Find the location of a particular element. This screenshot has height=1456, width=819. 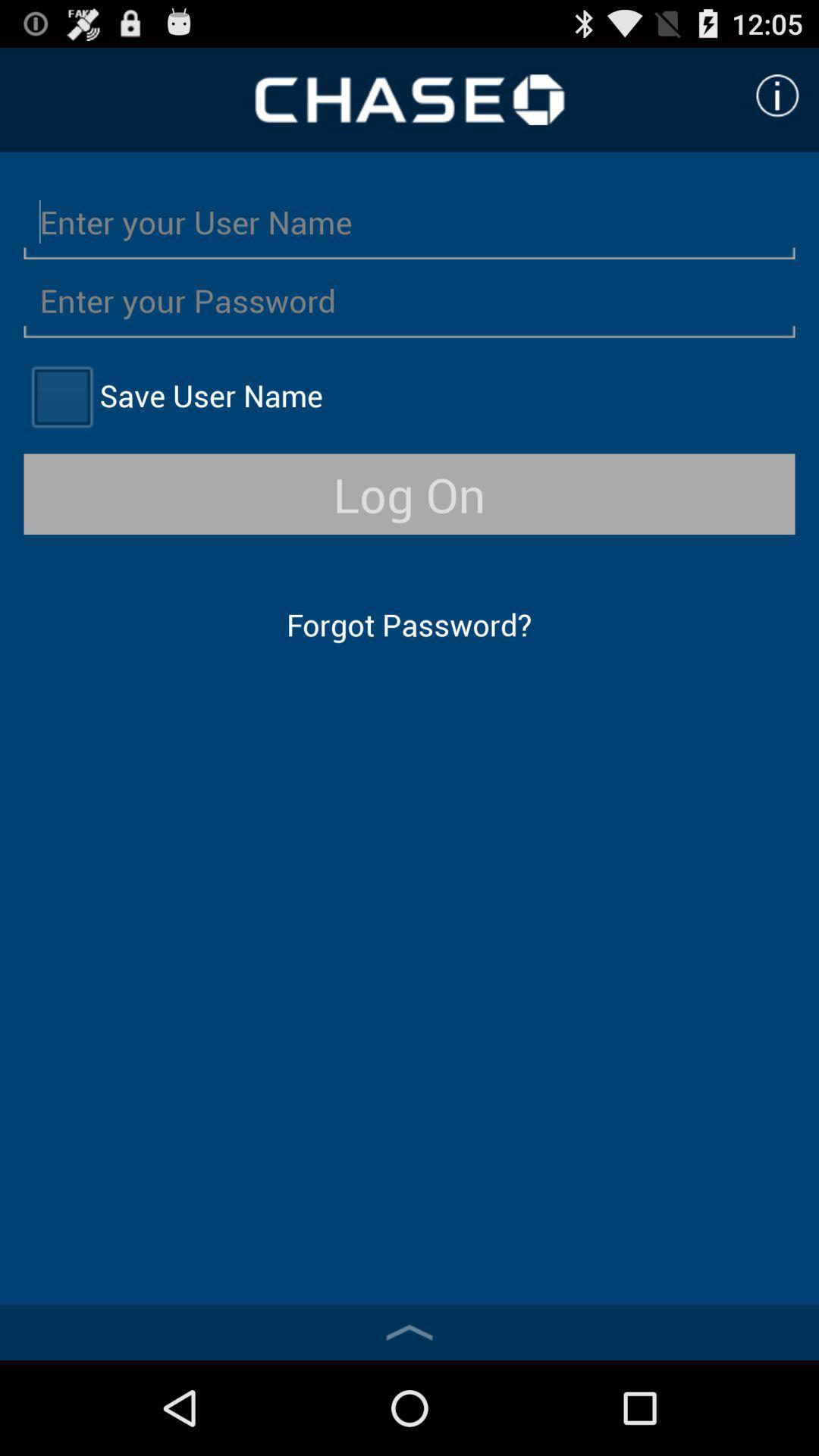

the icon above log on item is located at coordinates (61, 396).